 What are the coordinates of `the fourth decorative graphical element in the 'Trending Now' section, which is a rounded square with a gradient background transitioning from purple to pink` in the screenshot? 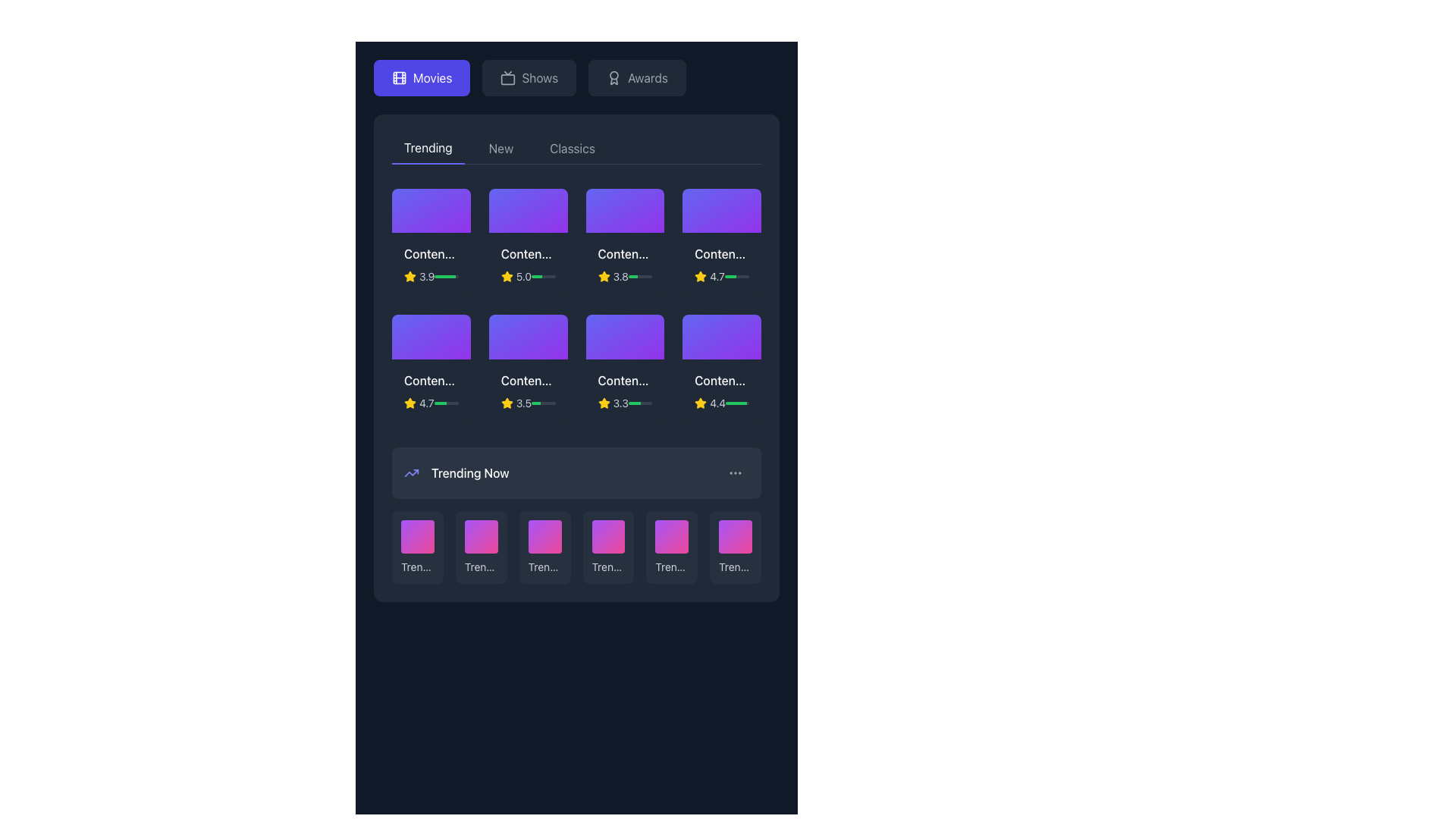 It's located at (608, 535).